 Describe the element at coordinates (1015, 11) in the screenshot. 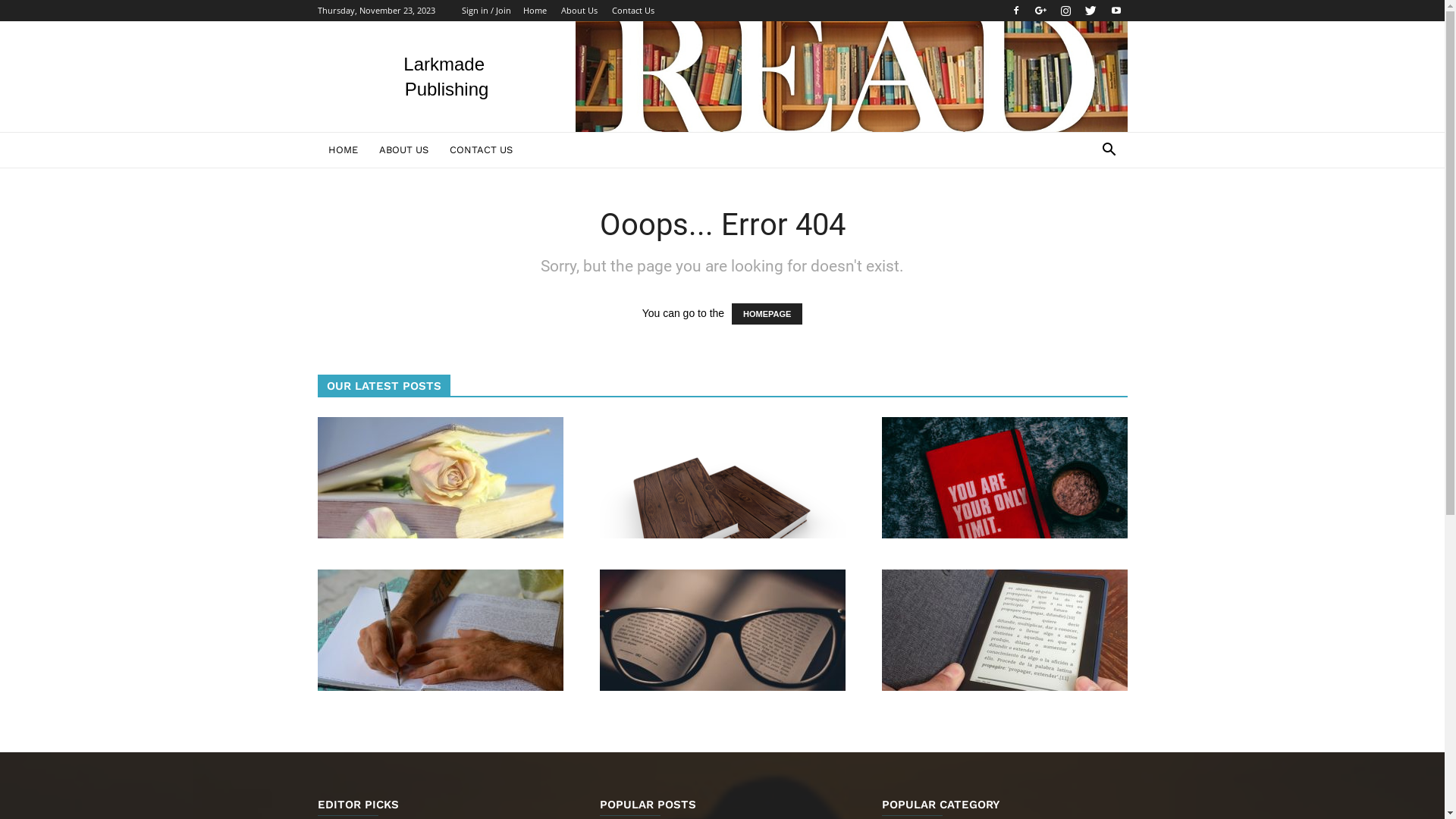

I see `'Facebook'` at that location.